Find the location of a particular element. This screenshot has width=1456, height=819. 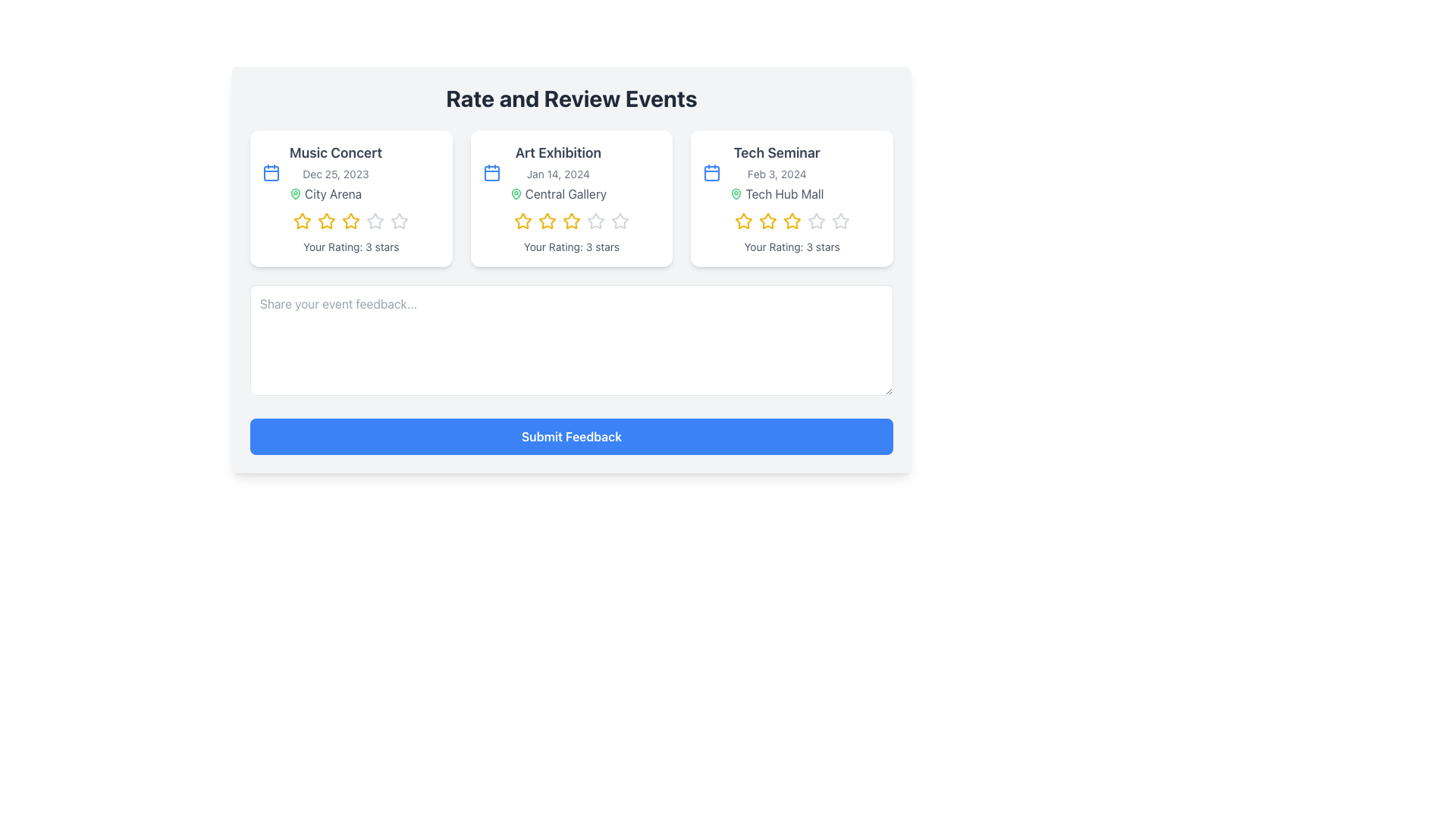

date information displayed in the text element positioned under the title 'Tech Seminar' within the 'Tech Seminar' panel is located at coordinates (777, 174).